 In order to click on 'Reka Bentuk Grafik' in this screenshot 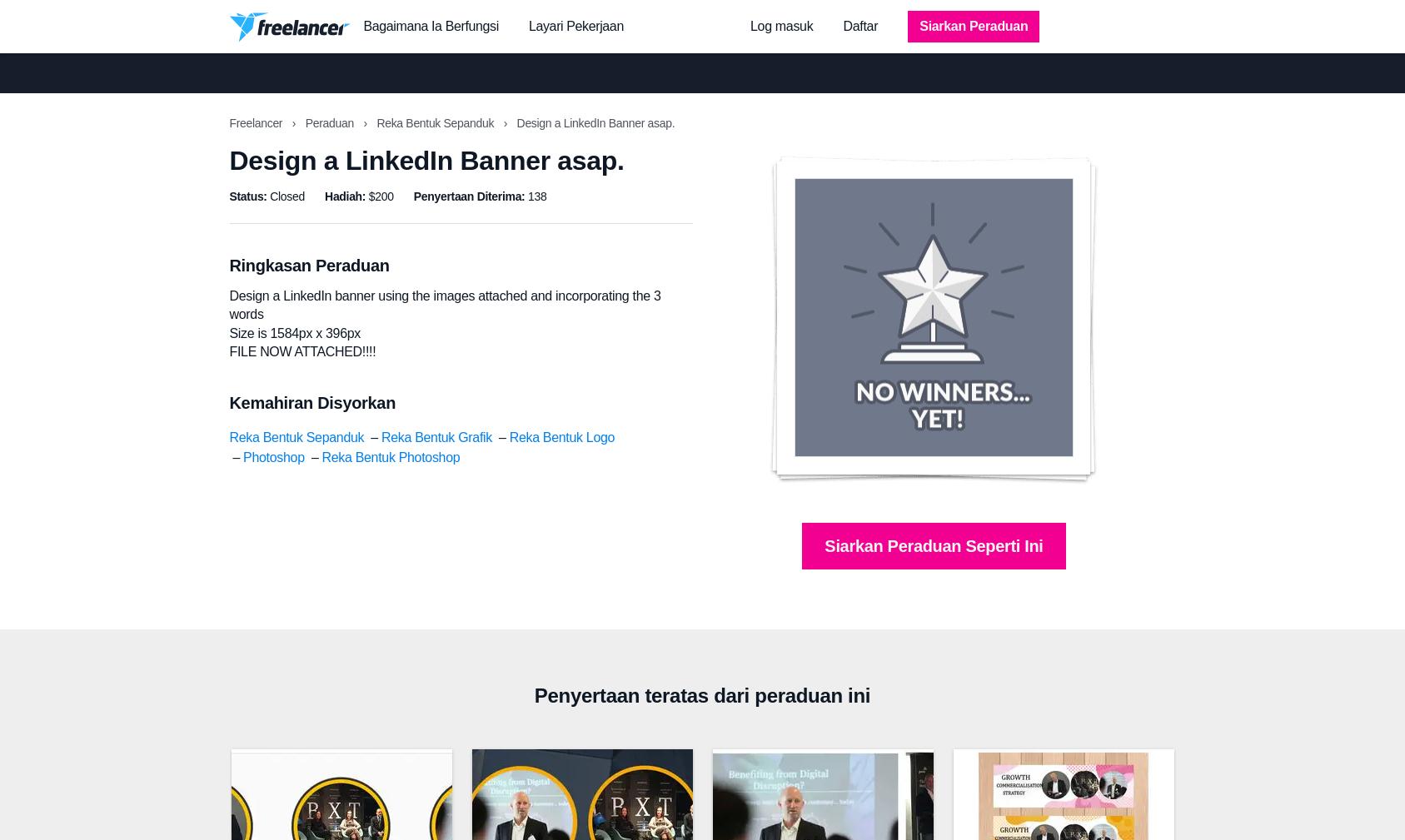, I will do `click(435, 437)`.